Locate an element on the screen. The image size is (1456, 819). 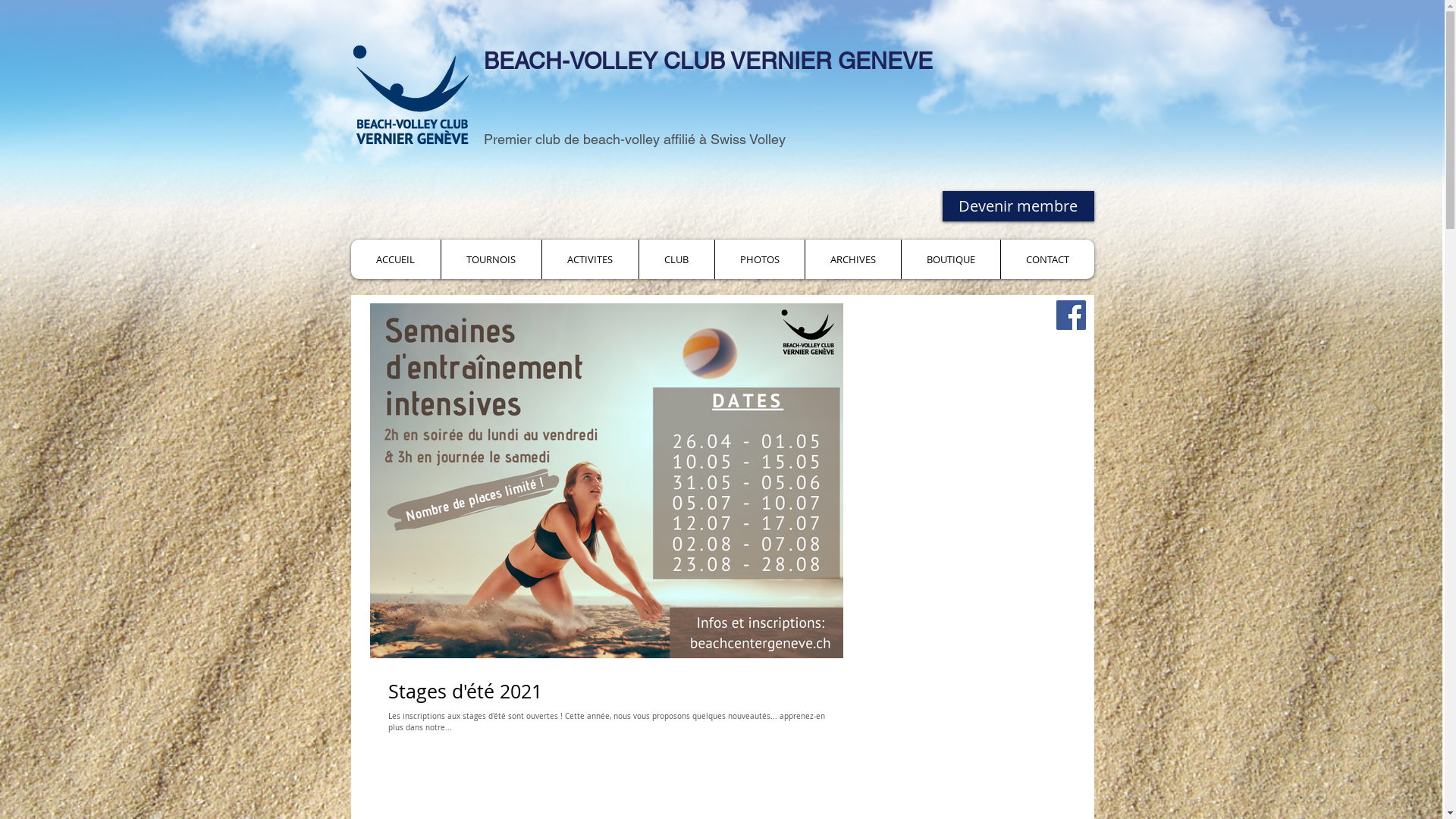
'BeachVolleyLogo_transparent_navy.png' is located at coordinates (410, 94).